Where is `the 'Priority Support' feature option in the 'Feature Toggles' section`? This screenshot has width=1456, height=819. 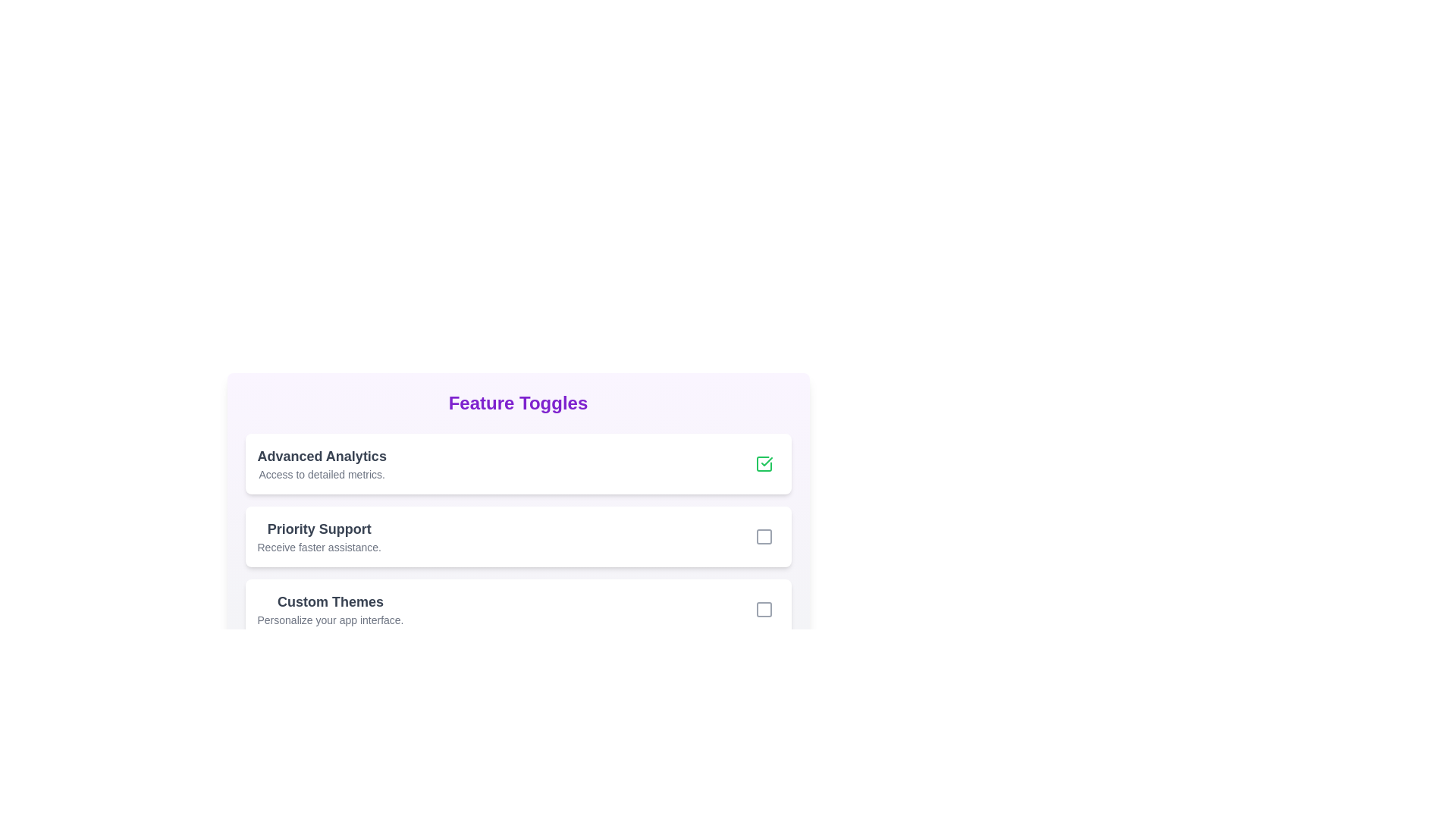 the 'Priority Support' feature option in the 'Feature Toggles' section is located at coordinates (518, 536).